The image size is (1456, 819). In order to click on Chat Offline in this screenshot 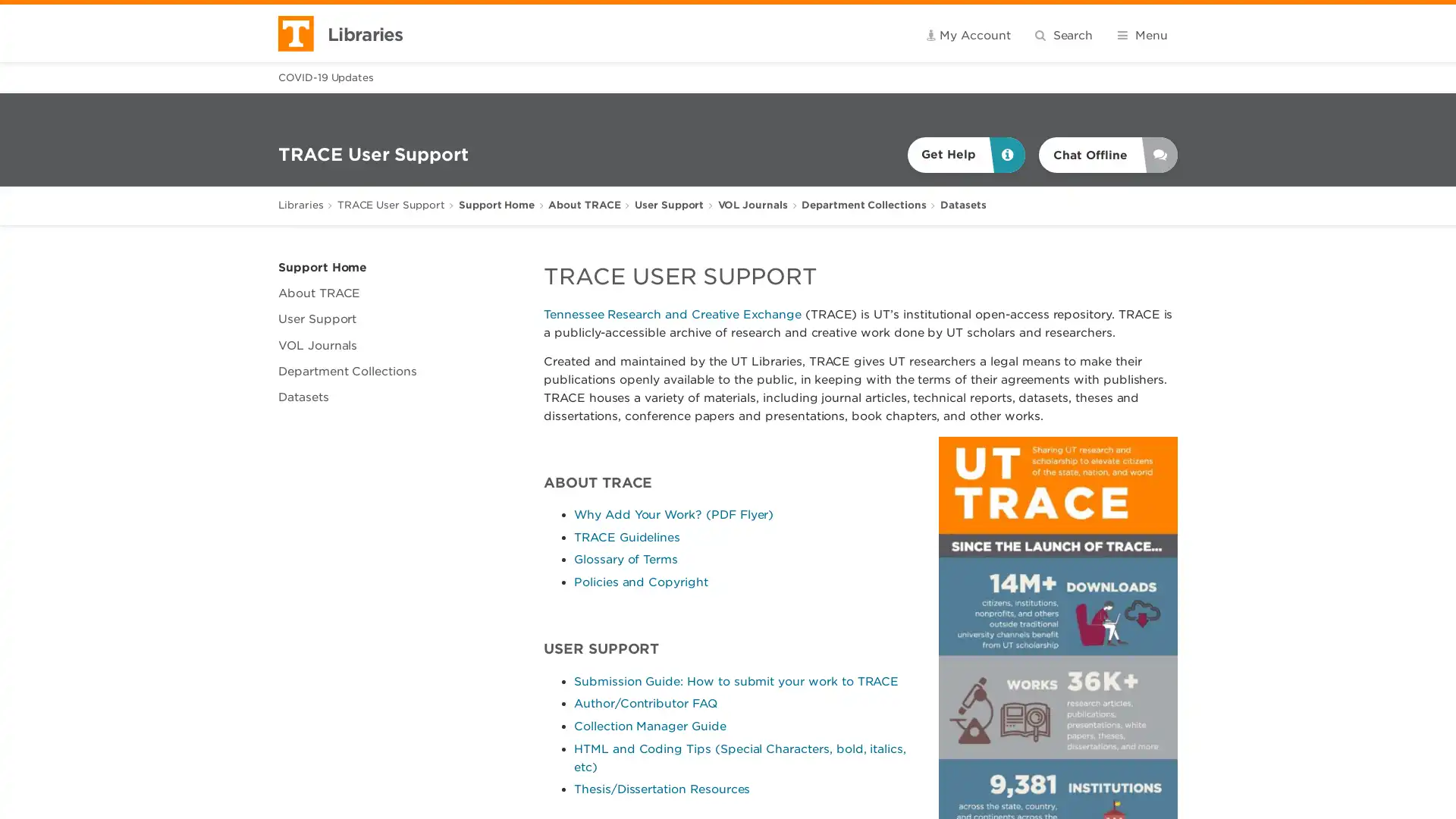, I will do `click(1108, 155)`.